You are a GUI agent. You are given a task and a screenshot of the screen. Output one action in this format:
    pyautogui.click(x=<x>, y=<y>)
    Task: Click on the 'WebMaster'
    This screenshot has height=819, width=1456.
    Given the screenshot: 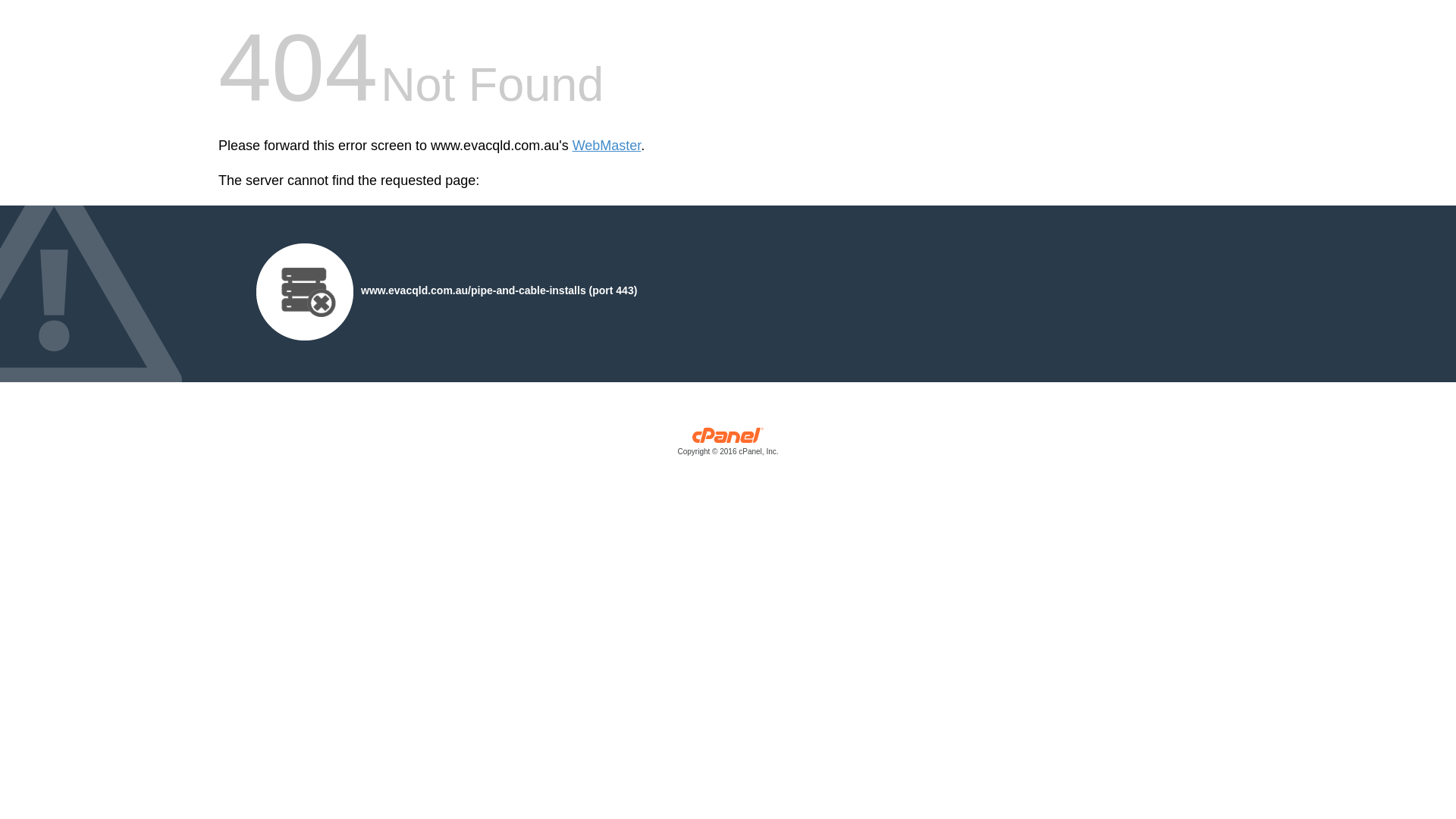 What is the action you would take?
    pyautogui.click(x=571, y=146)
    